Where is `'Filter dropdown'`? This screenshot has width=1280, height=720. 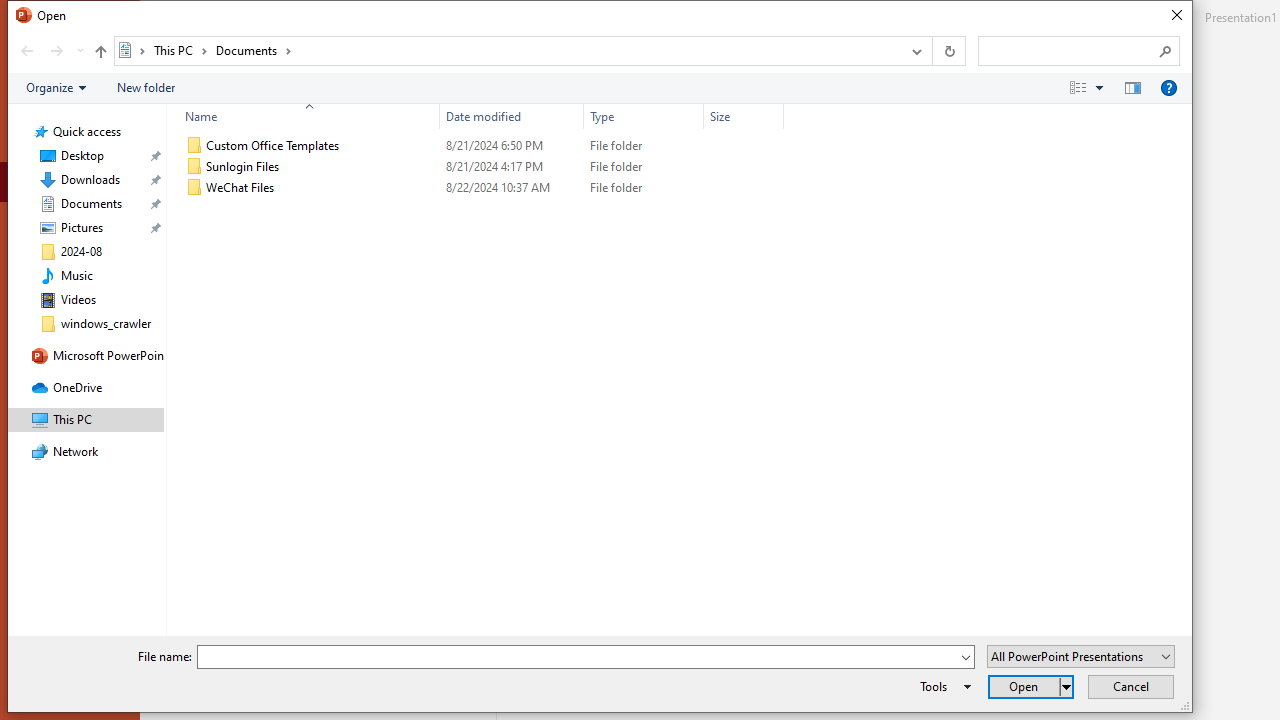
'Filter dropdown' is located at coordinates (774, 116).